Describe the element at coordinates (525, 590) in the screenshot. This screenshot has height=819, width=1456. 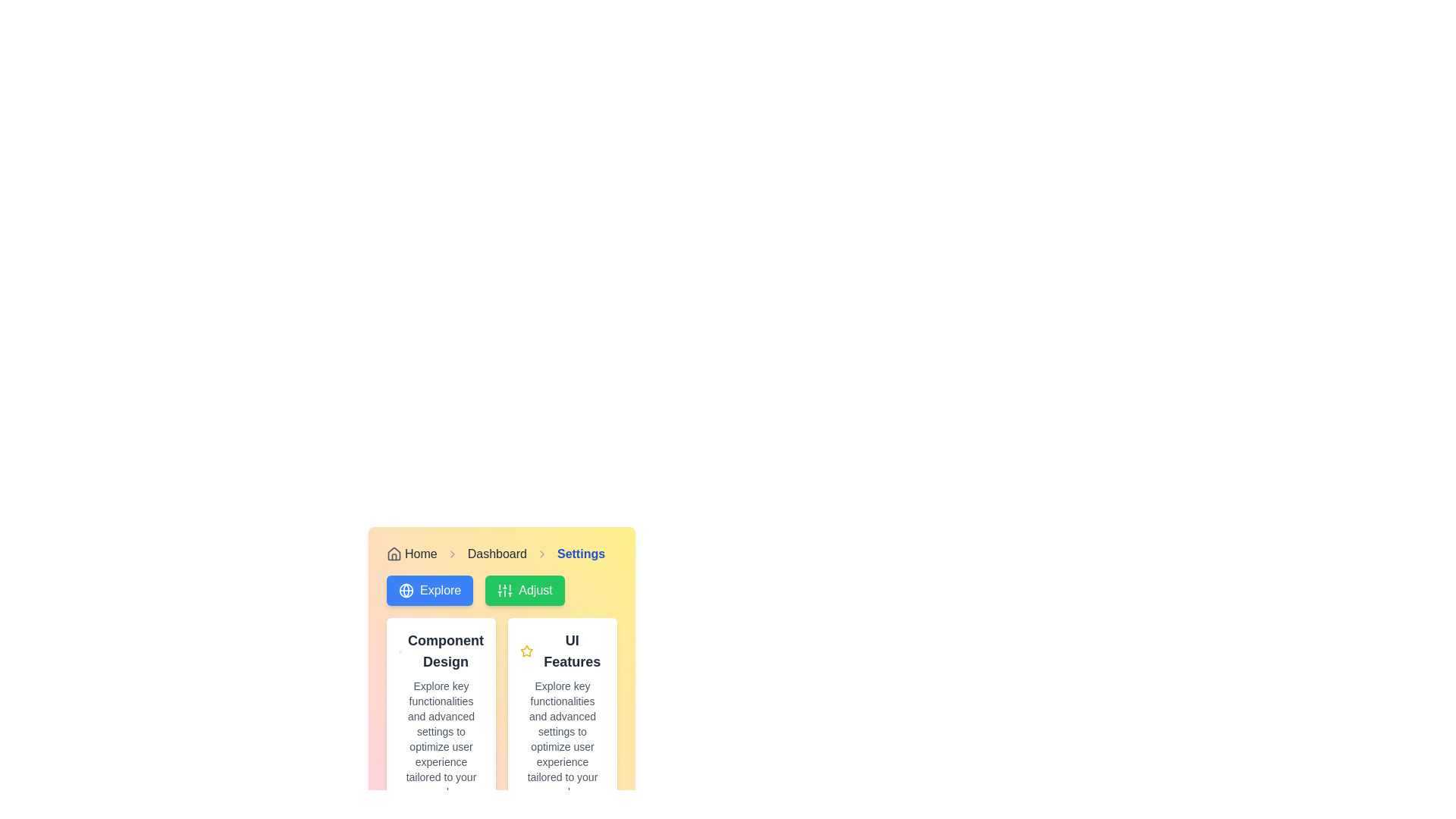
I see `the green rectangular button labeled 'Adjust' located in the top-right area of the toolbar` at that location.